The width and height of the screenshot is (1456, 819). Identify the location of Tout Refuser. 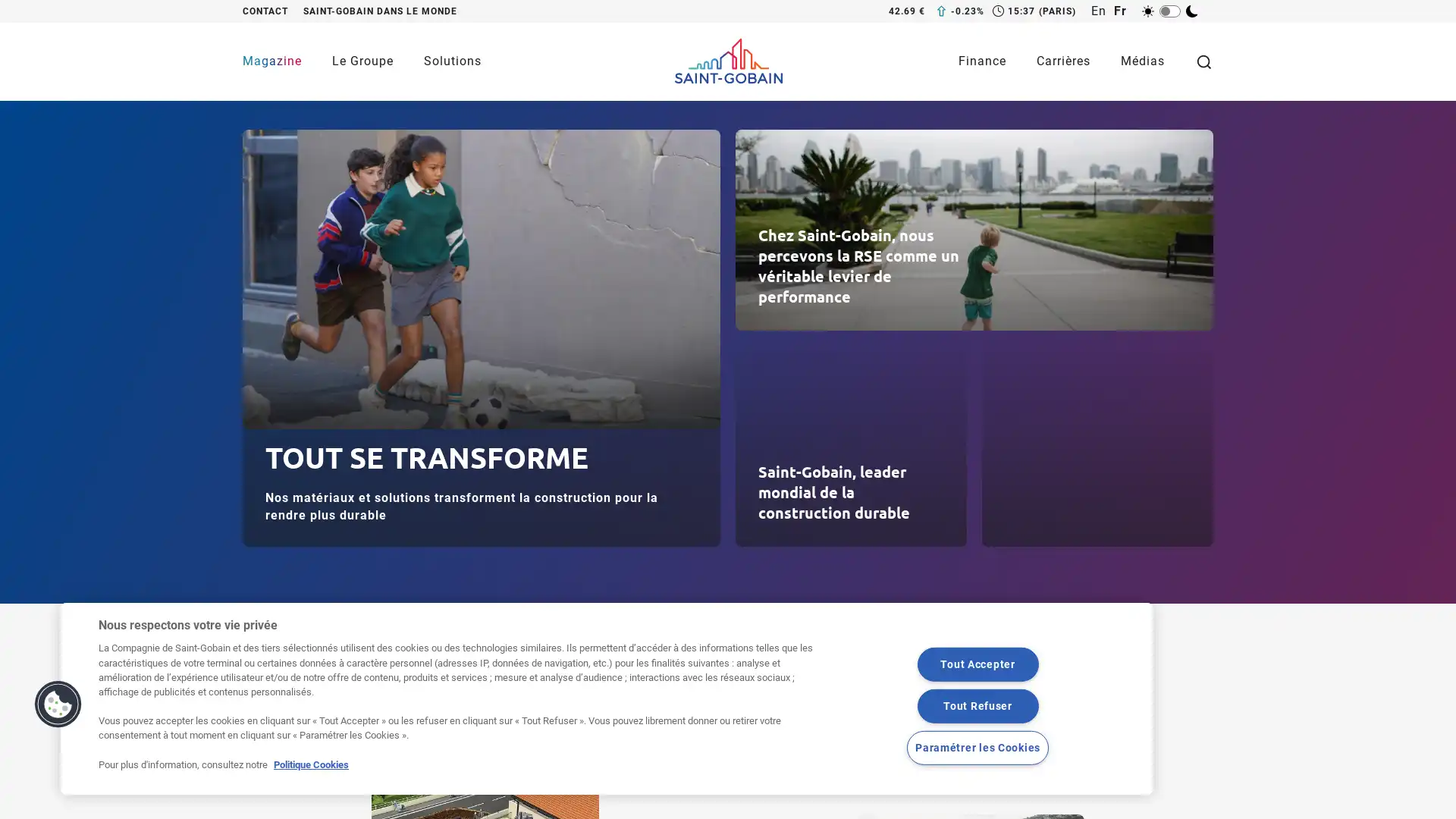
(977, 705).